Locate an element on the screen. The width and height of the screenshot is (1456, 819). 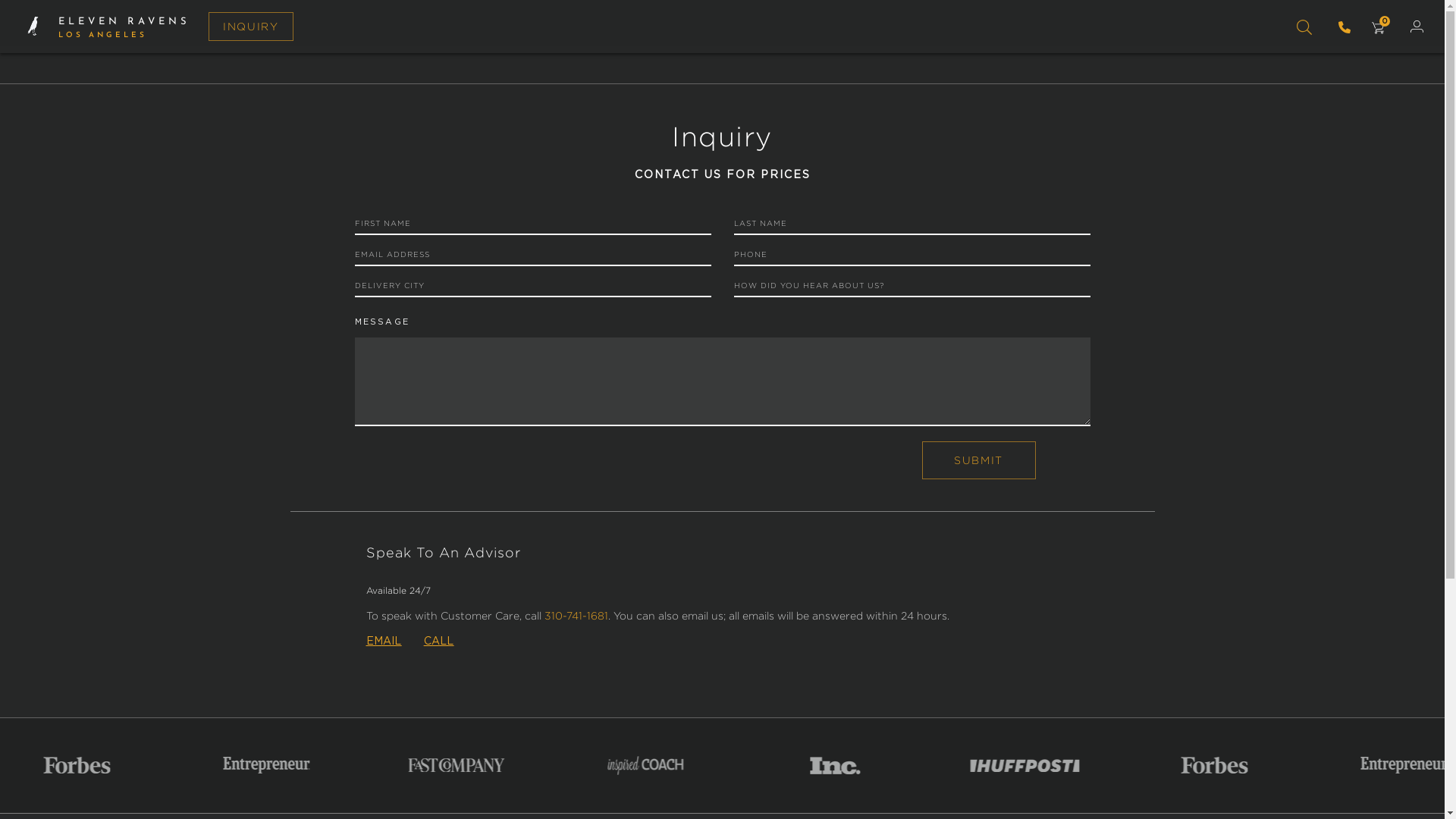
'INQUIRY' is located at coordinates (251, 26).